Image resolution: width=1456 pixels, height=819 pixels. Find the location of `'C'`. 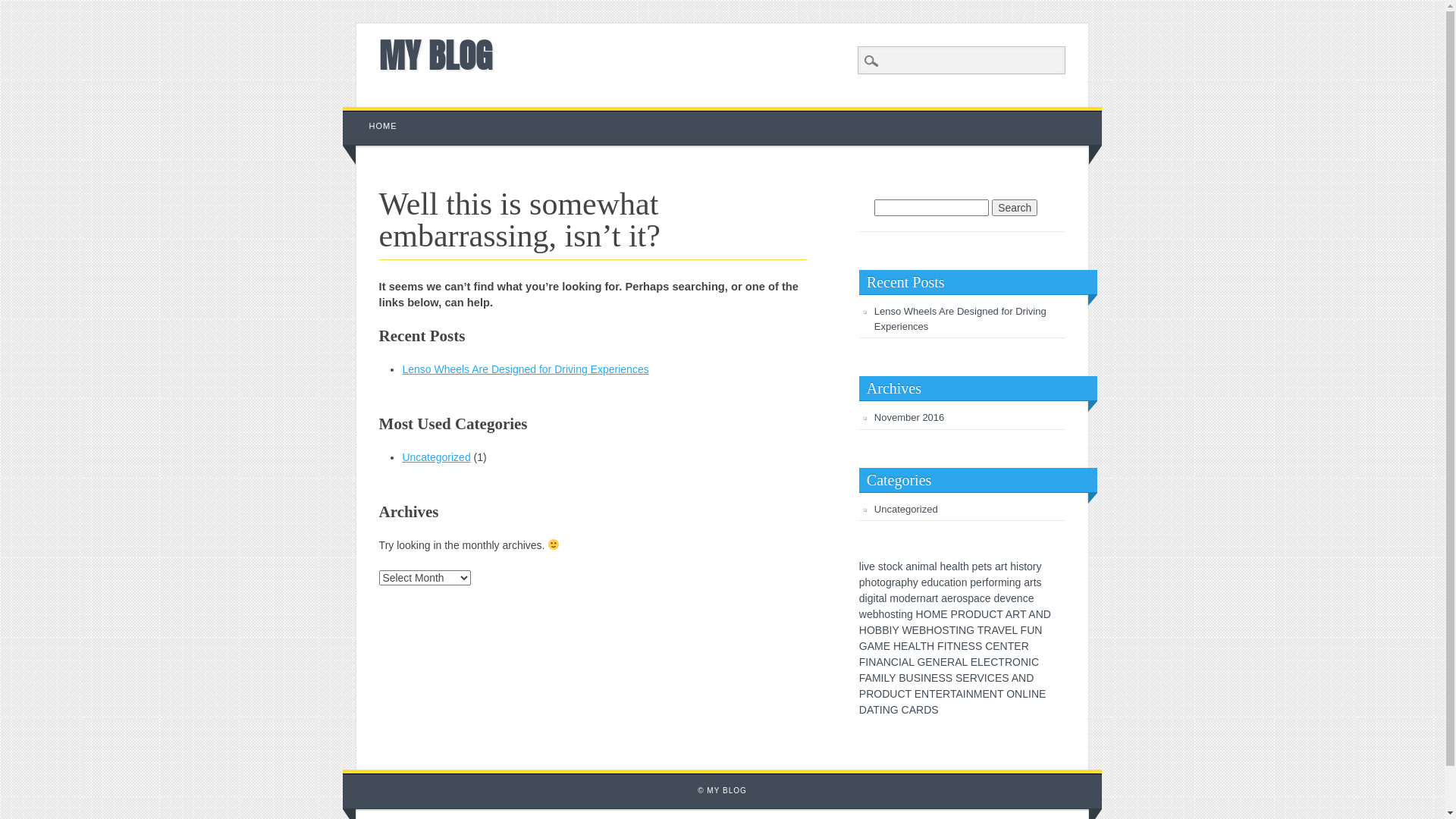

'C' is located at coordinates (895, 661).